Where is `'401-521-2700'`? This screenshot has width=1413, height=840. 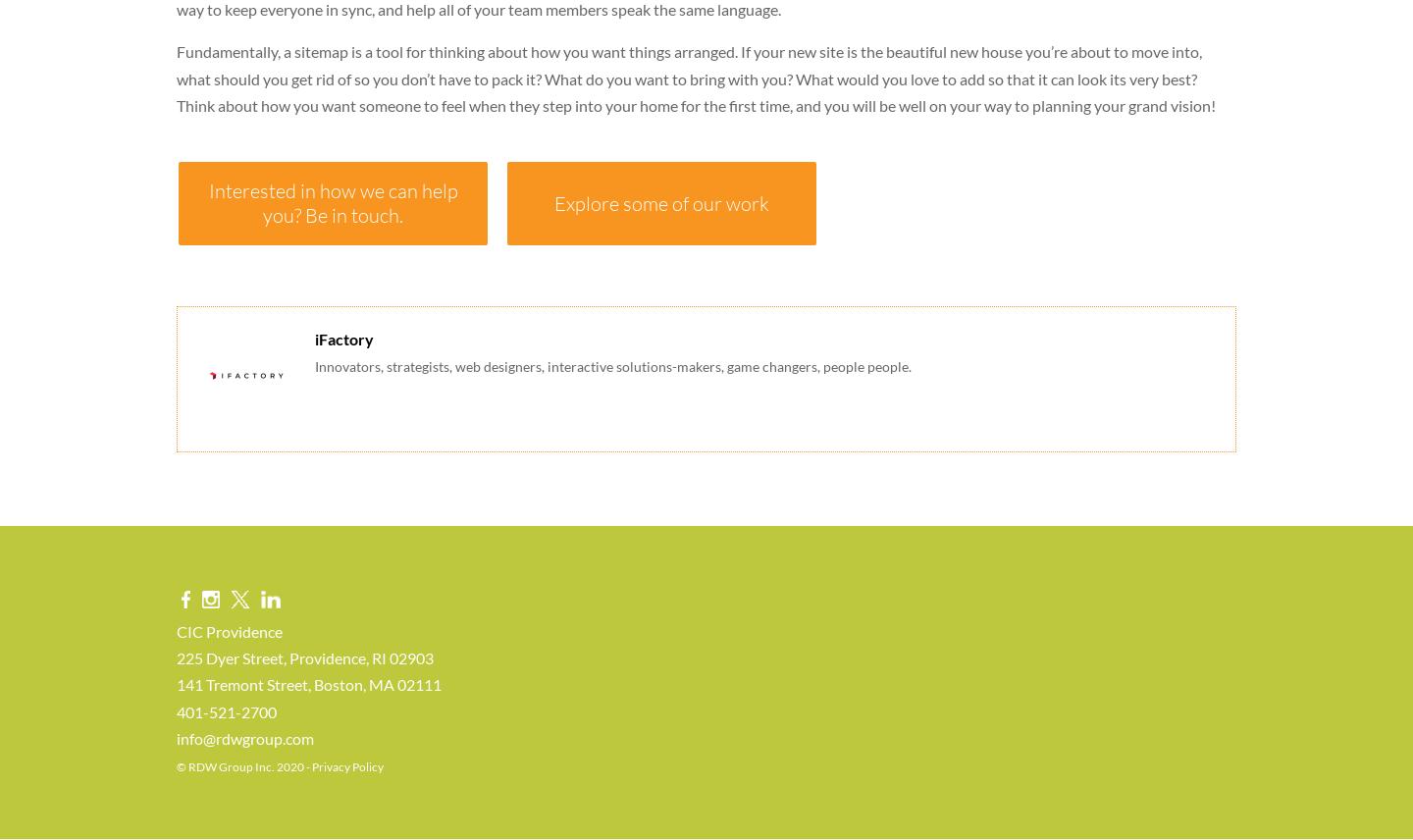 '401-521-2700' is located at coordinates (176, 710).